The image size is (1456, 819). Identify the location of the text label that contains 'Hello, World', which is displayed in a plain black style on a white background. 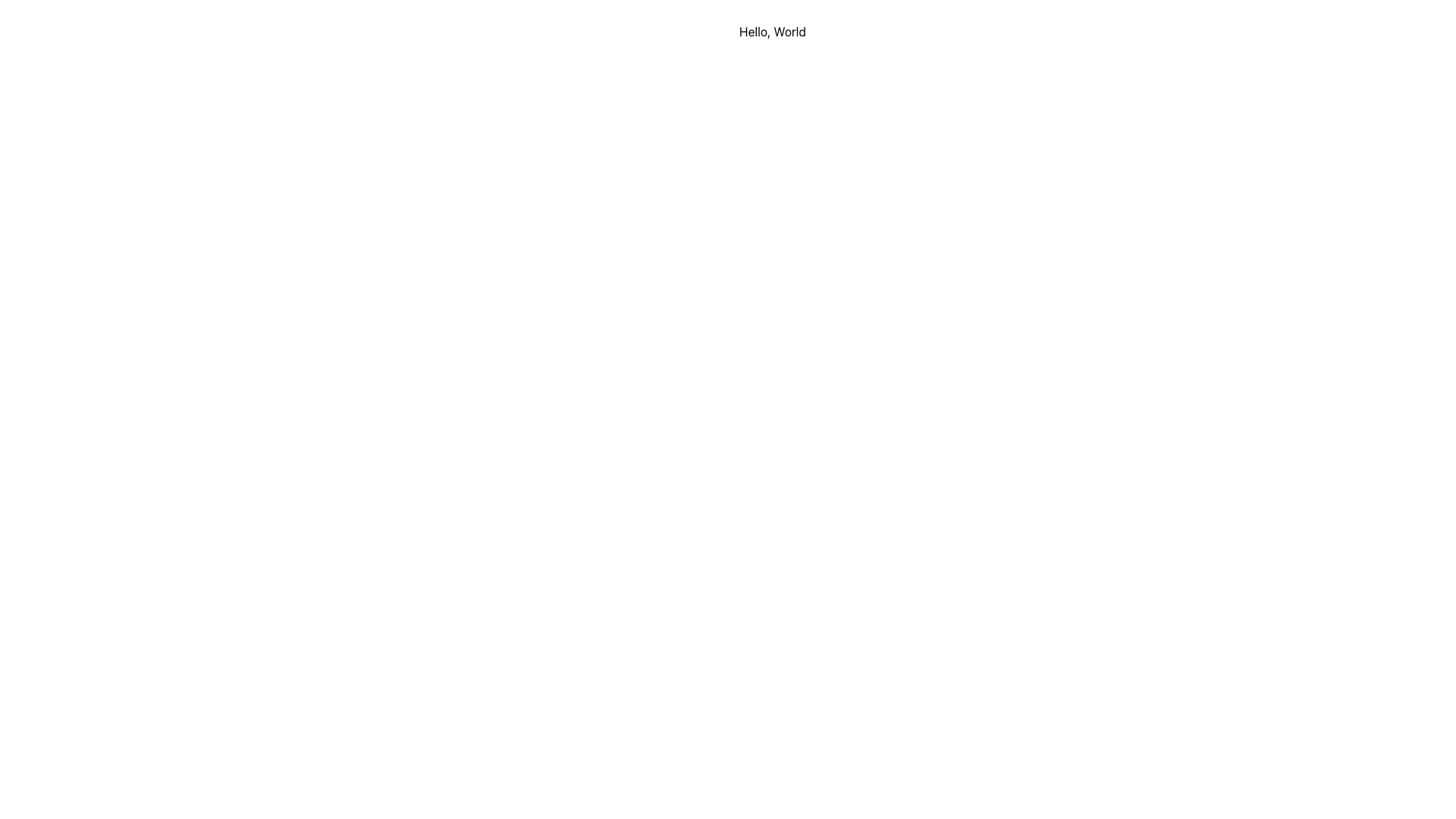
(772, 32).